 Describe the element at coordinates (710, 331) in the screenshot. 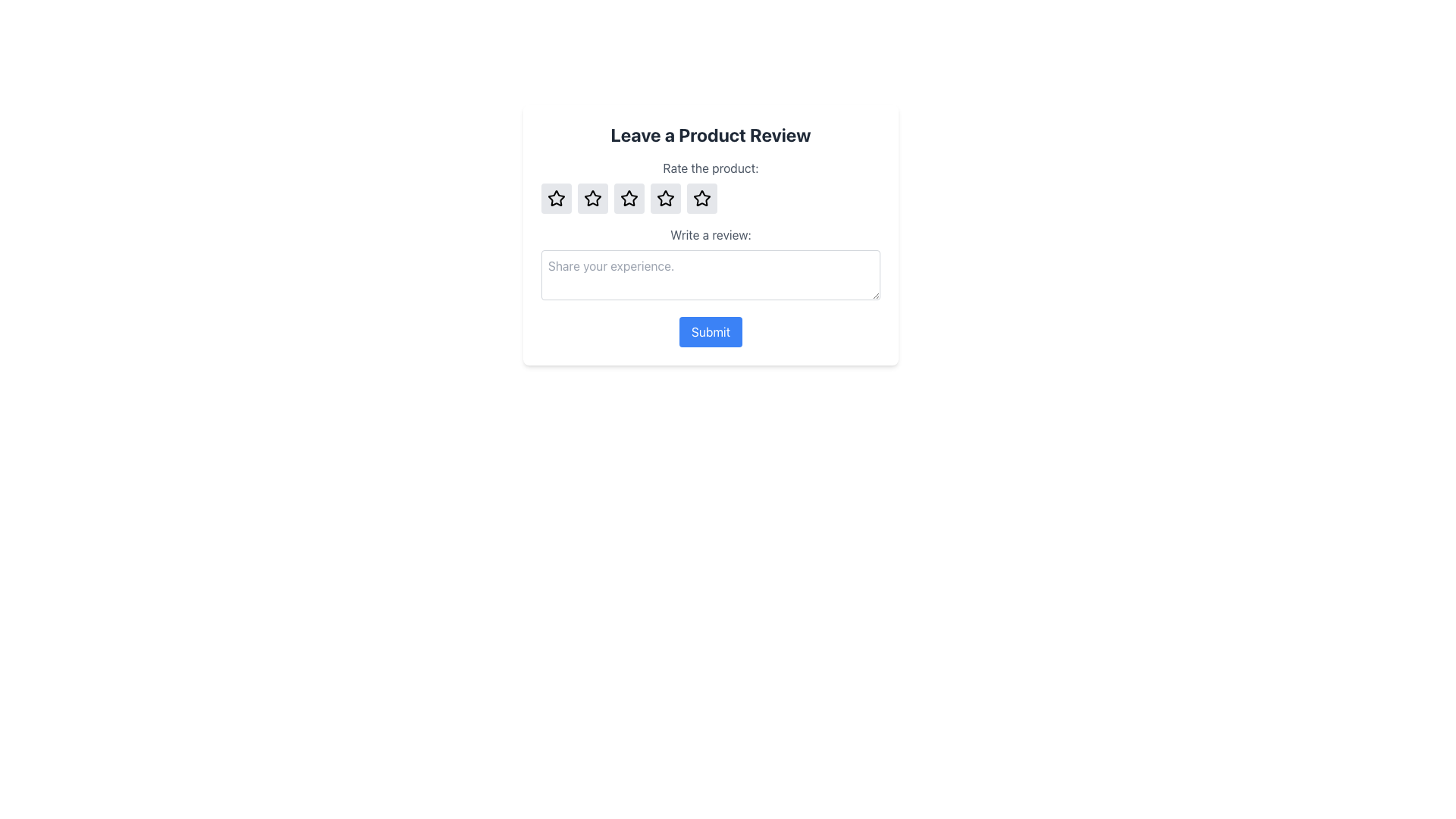

I see `the 'Submit' button with a blue background and white text` at that location.